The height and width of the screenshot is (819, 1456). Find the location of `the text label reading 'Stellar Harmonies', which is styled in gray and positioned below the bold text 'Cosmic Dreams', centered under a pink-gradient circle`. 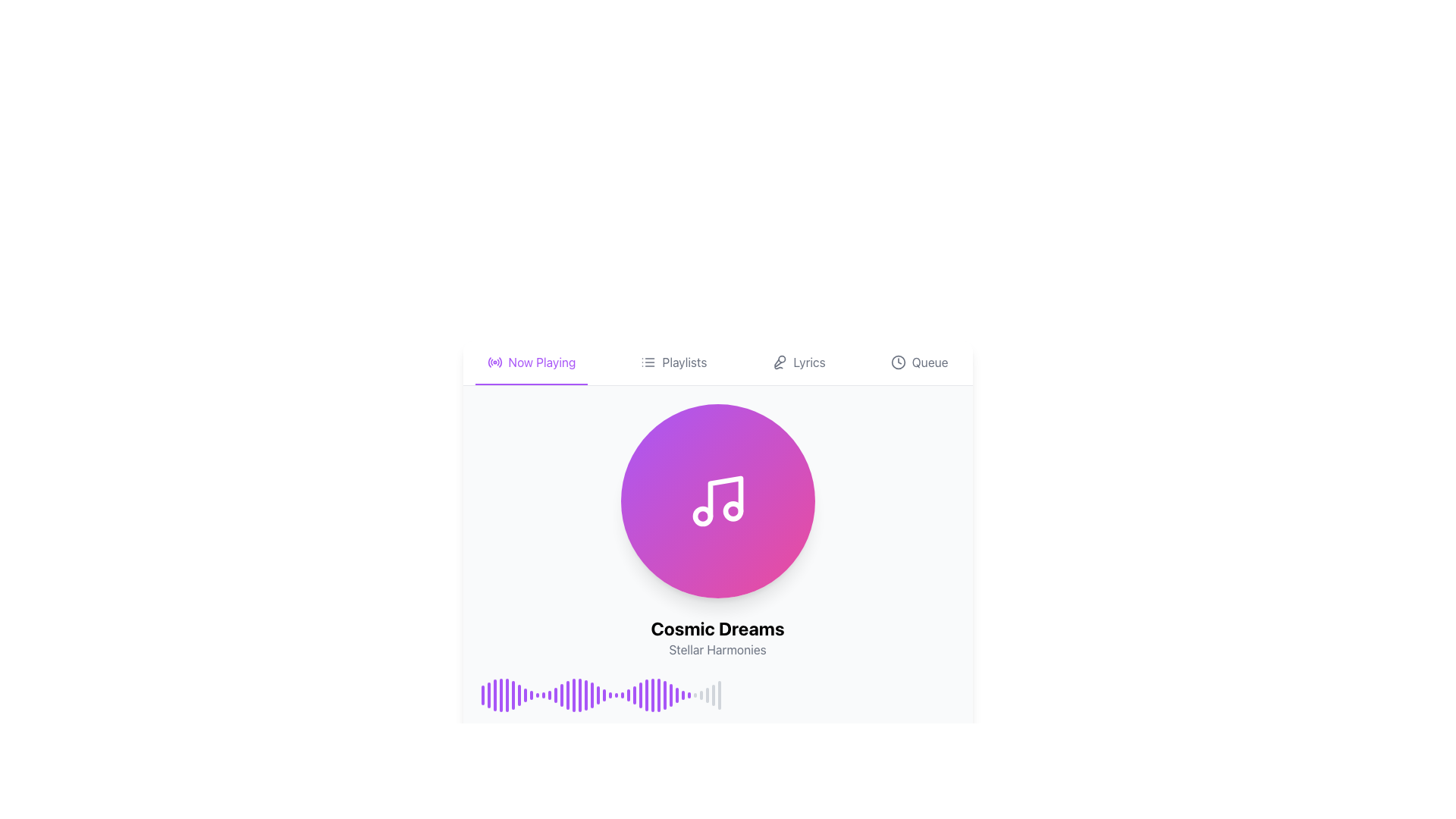

the text label reading 'Stellar Harmonies', which is styled in gray and positioned below the bold text 'Cosmic Dreams', centered under a pink-gradient circle is located at coordinates (717, 648).